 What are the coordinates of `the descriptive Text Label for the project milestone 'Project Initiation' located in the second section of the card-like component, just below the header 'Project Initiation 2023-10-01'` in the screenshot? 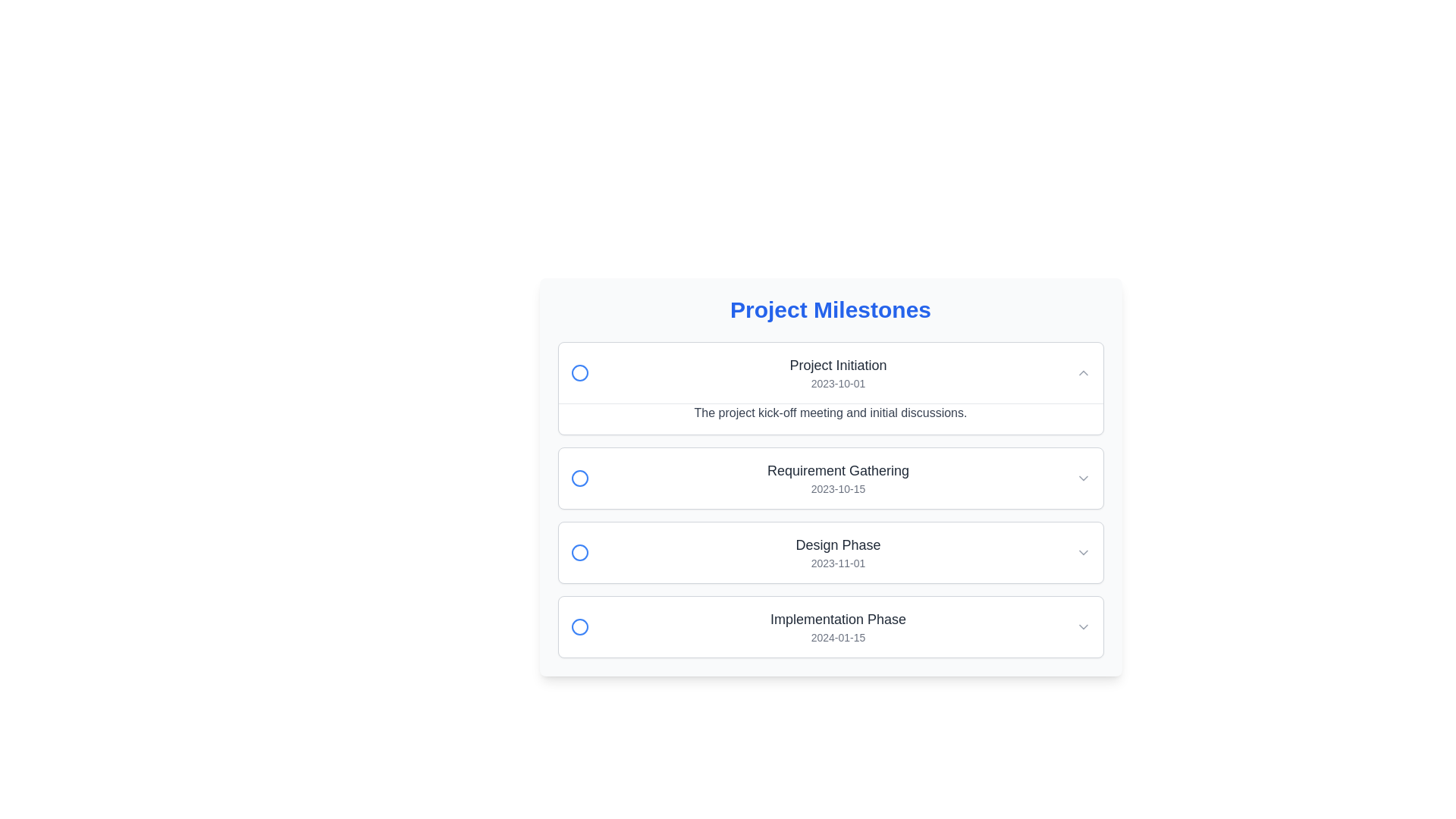 It's located at (830, 419).